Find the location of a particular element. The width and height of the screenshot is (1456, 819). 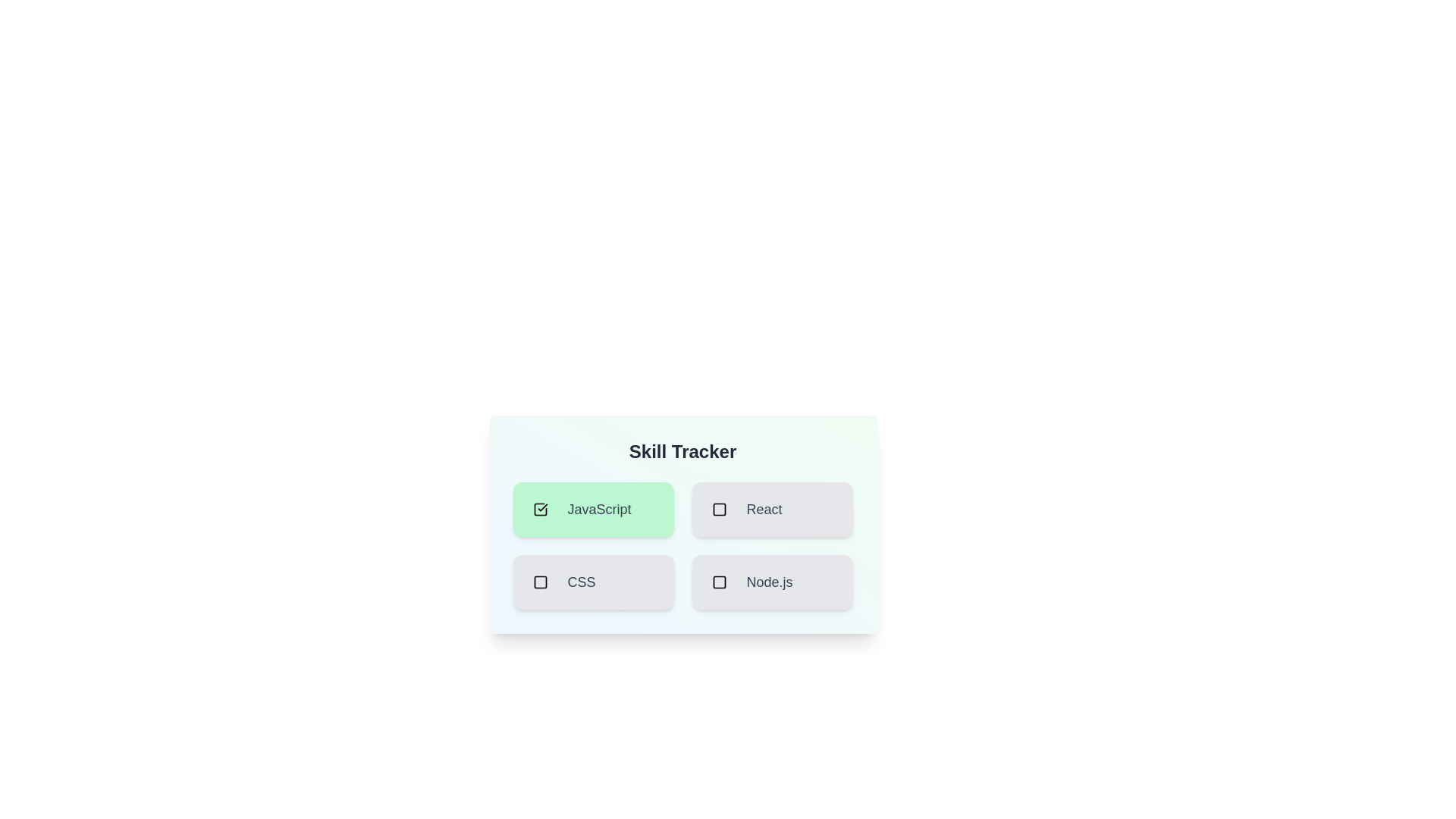

the skill card labeled JavaScript to toggle its selection state is located at coordinates (592, 509).